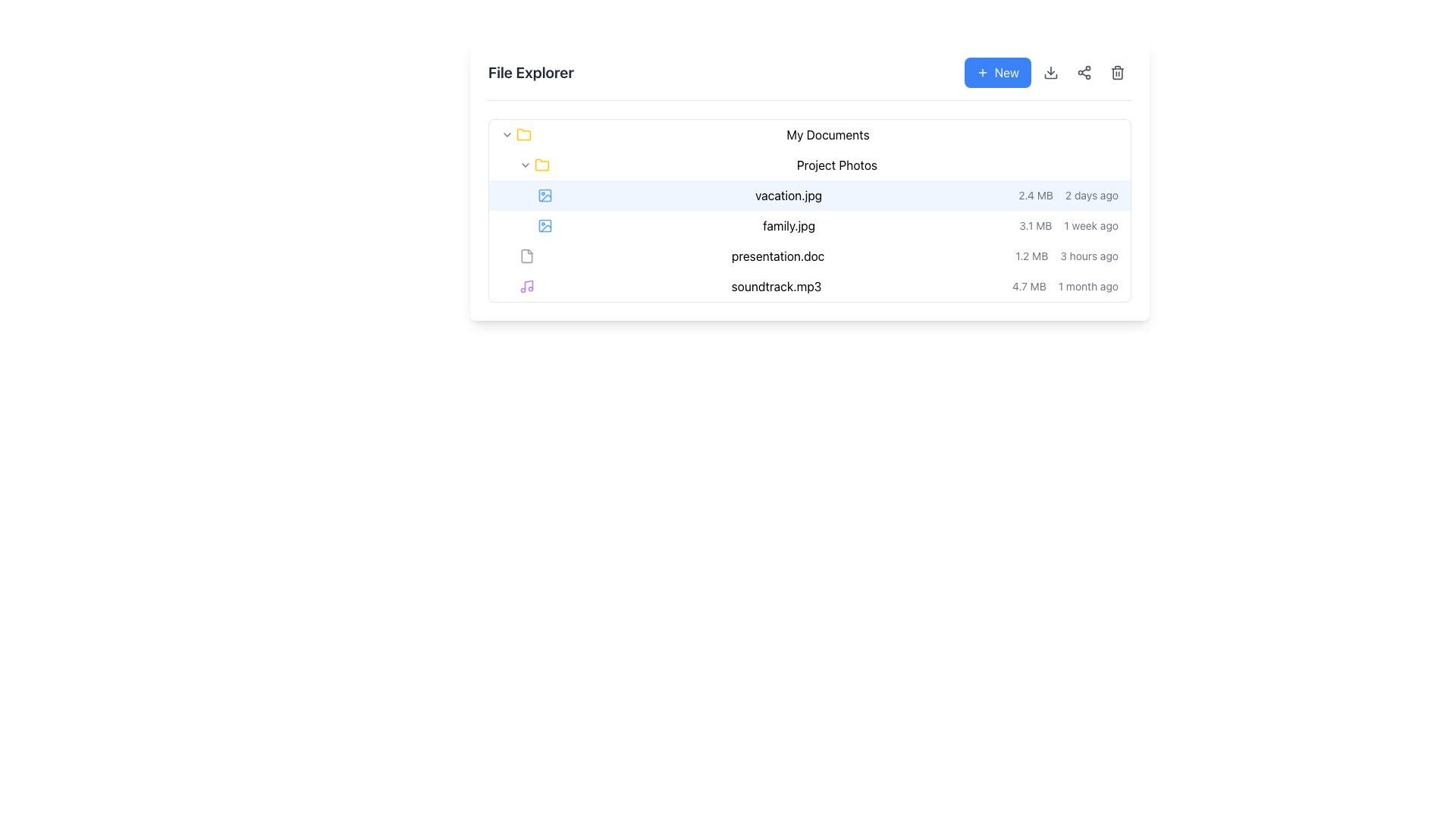  I want to click on the image file icon representing 'family.jpg', which is the first visual element in the entry row, so click(545, 225).